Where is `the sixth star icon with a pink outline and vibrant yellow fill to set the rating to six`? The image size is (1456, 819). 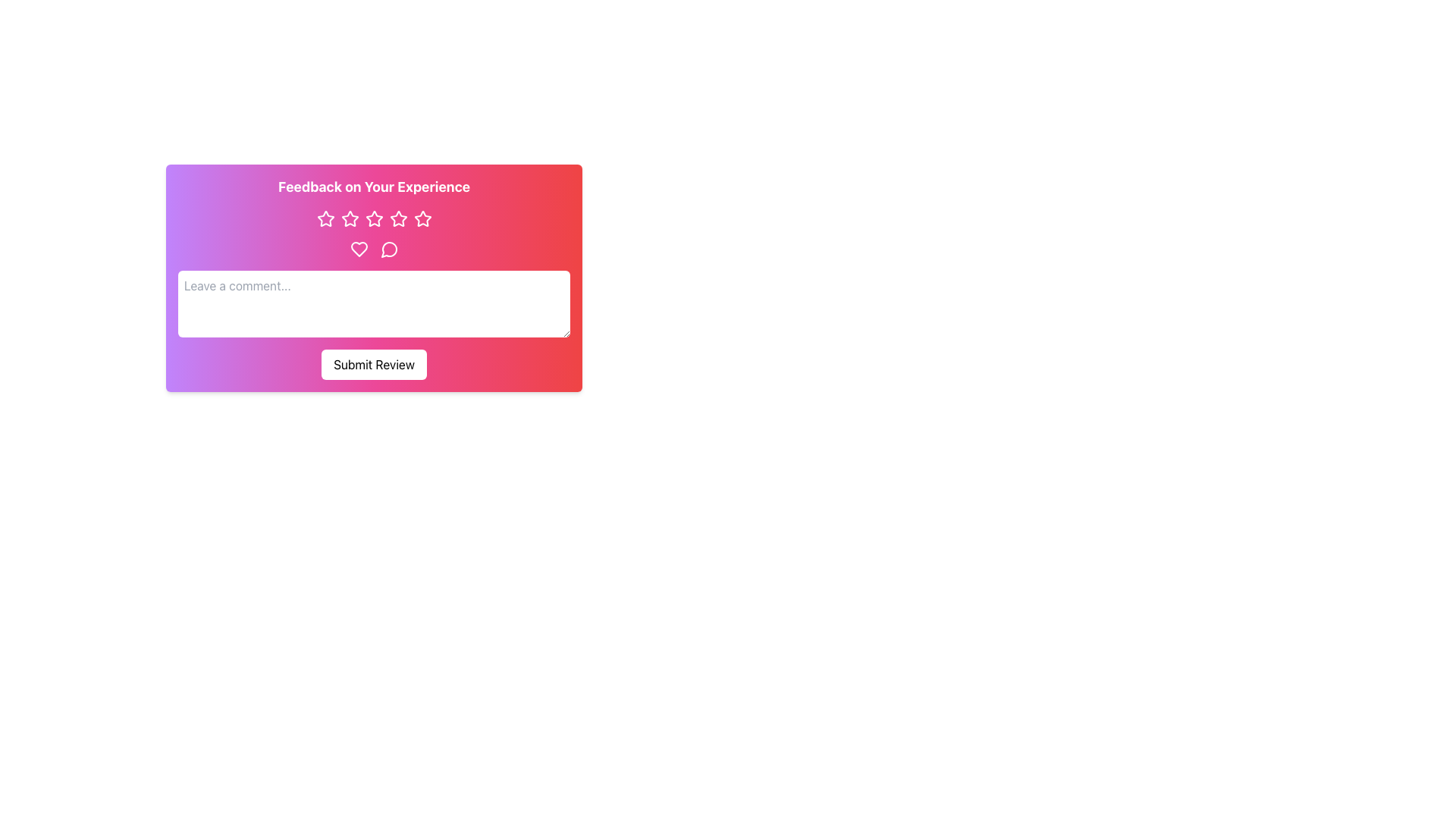 the sixth star icon with a pink outline and vibrant yellow fill to set the rating to six is located at coordinates (422, 219).